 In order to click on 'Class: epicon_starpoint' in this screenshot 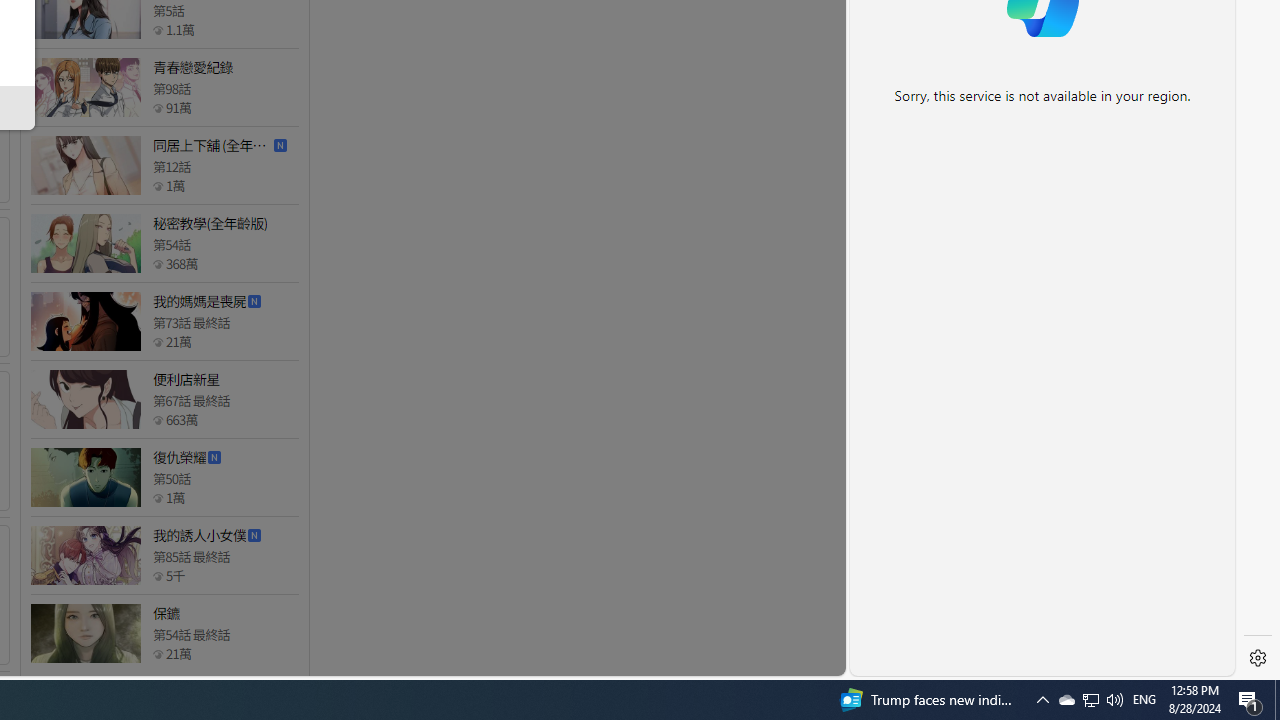, I will do `click(157, 653)`.